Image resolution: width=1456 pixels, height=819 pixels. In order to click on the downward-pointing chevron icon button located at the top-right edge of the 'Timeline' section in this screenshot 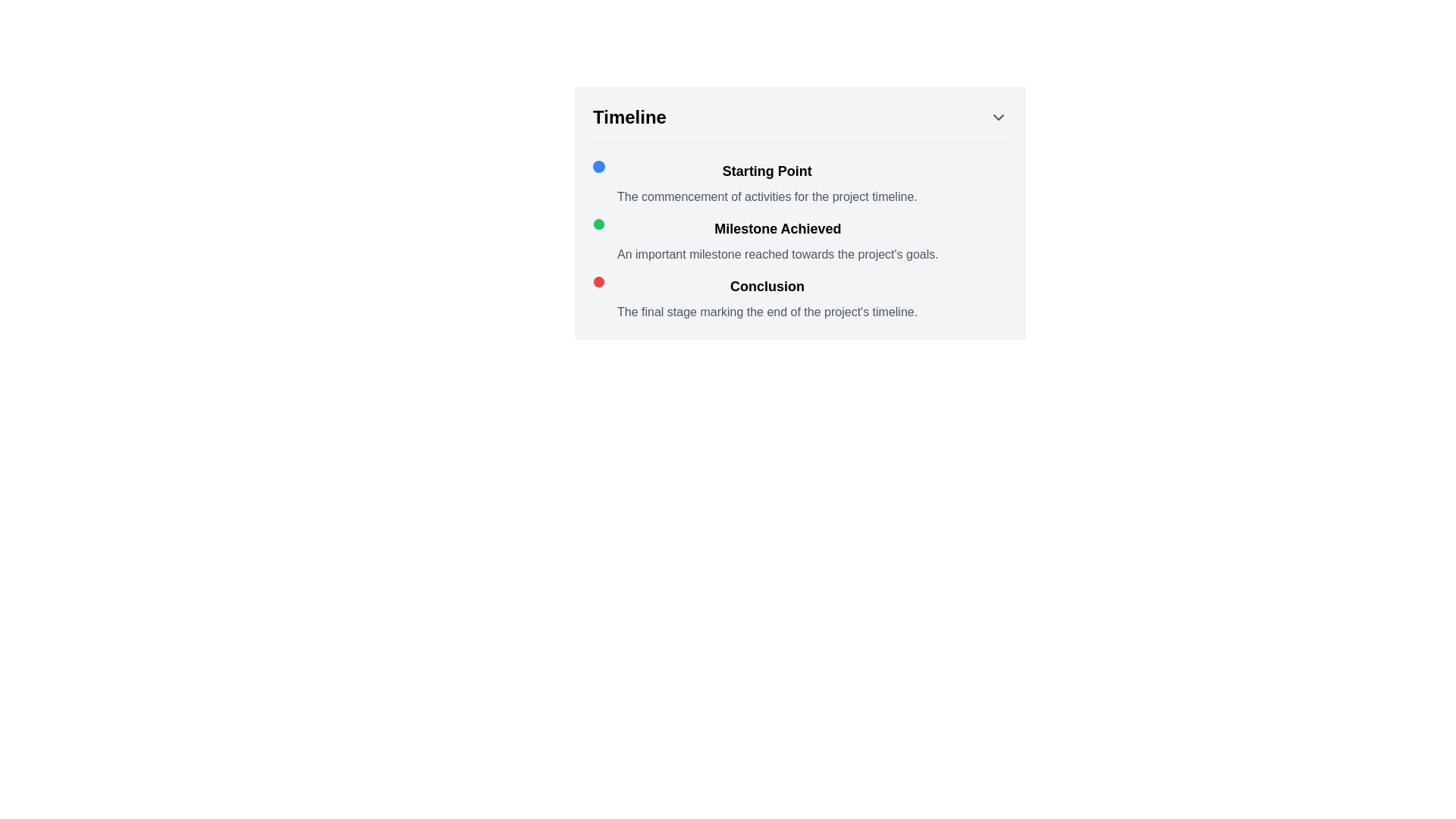, I will do `click(998, 116)`.